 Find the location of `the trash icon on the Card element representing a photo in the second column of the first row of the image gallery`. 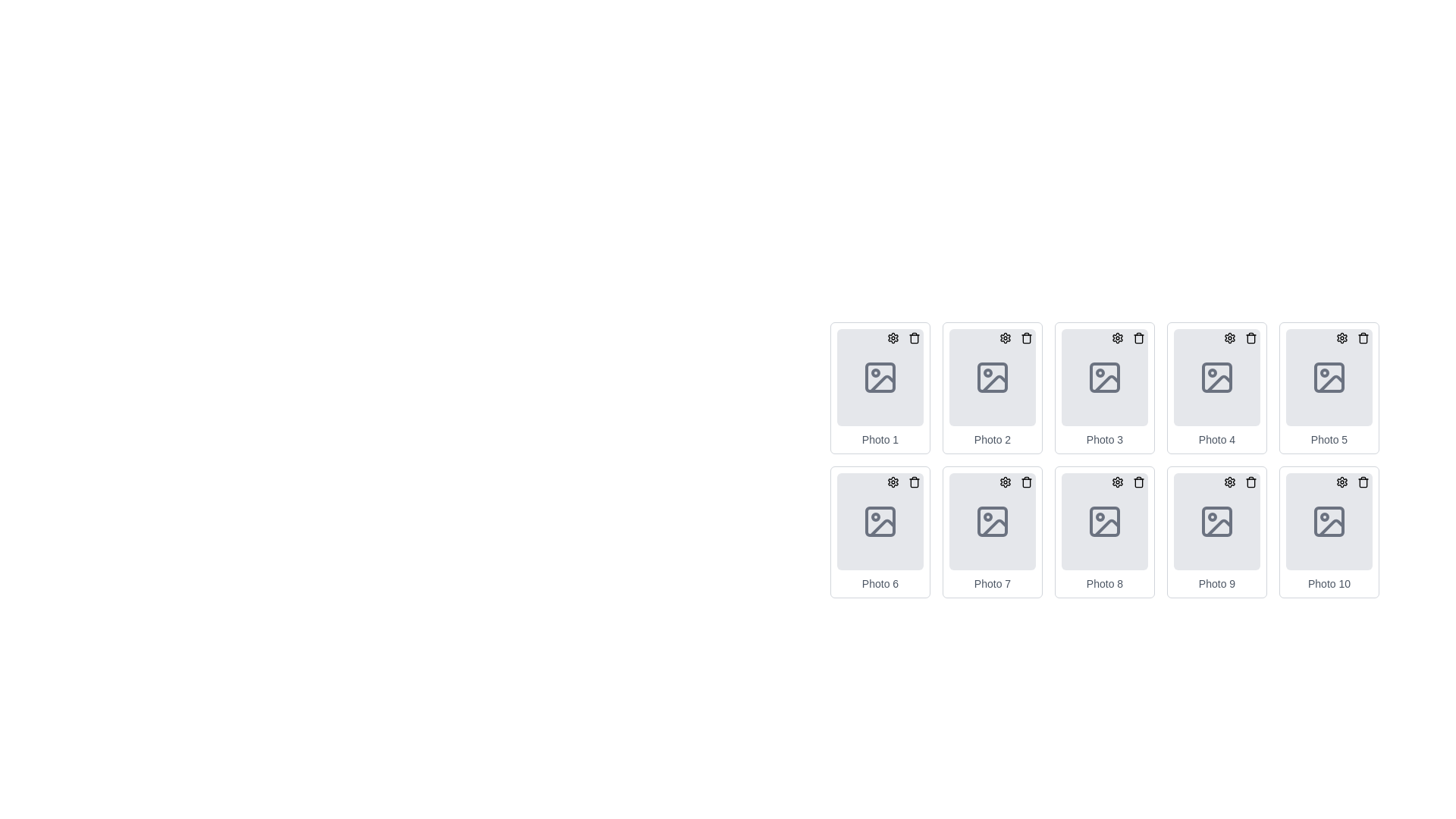

the trash icon on the Card element representing a photo in the second column of the first row of the image gallery is located at coordinates (993, 388).